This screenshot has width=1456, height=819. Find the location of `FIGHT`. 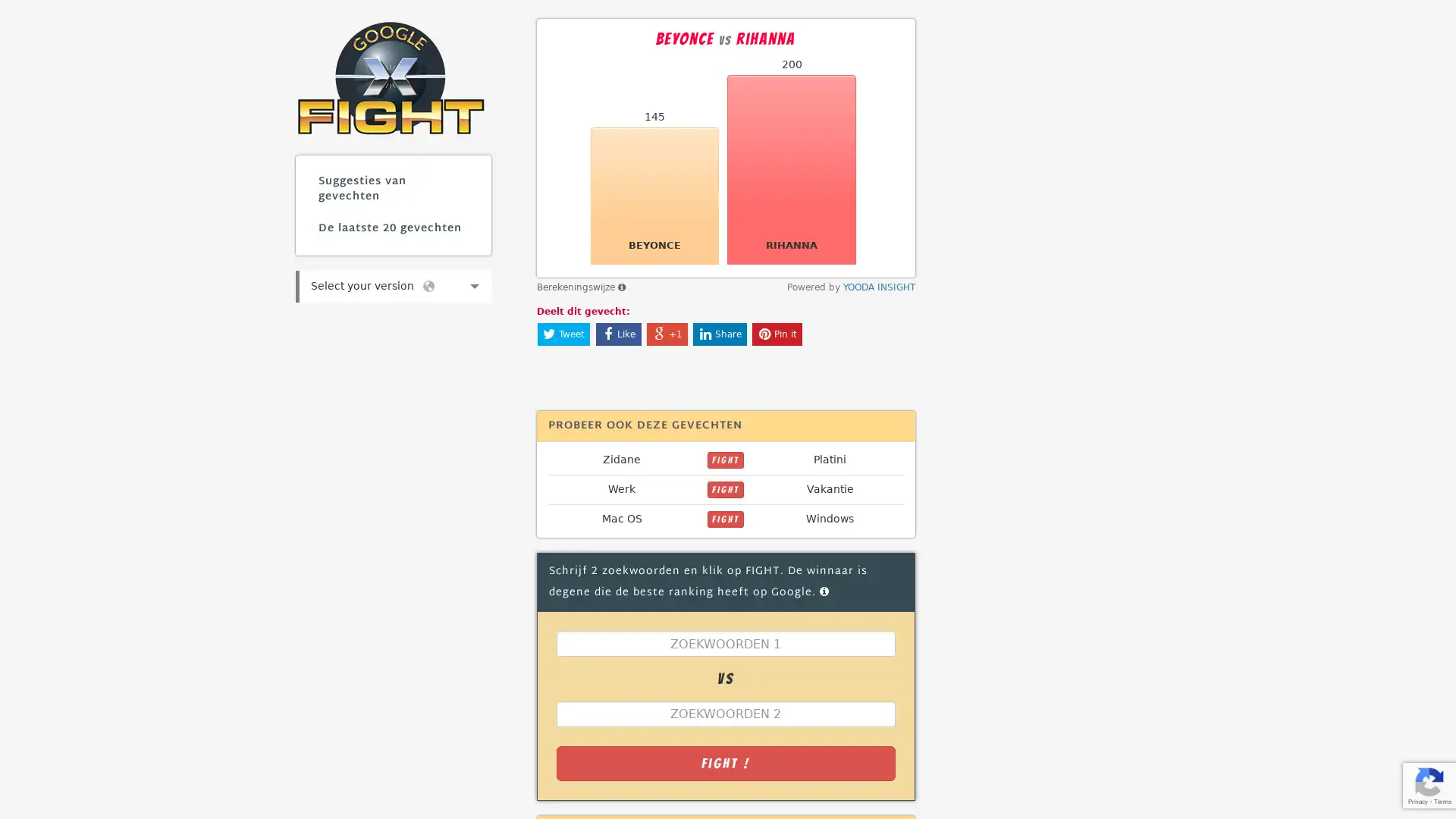

FIGHT is located at coordinates (724, 459).